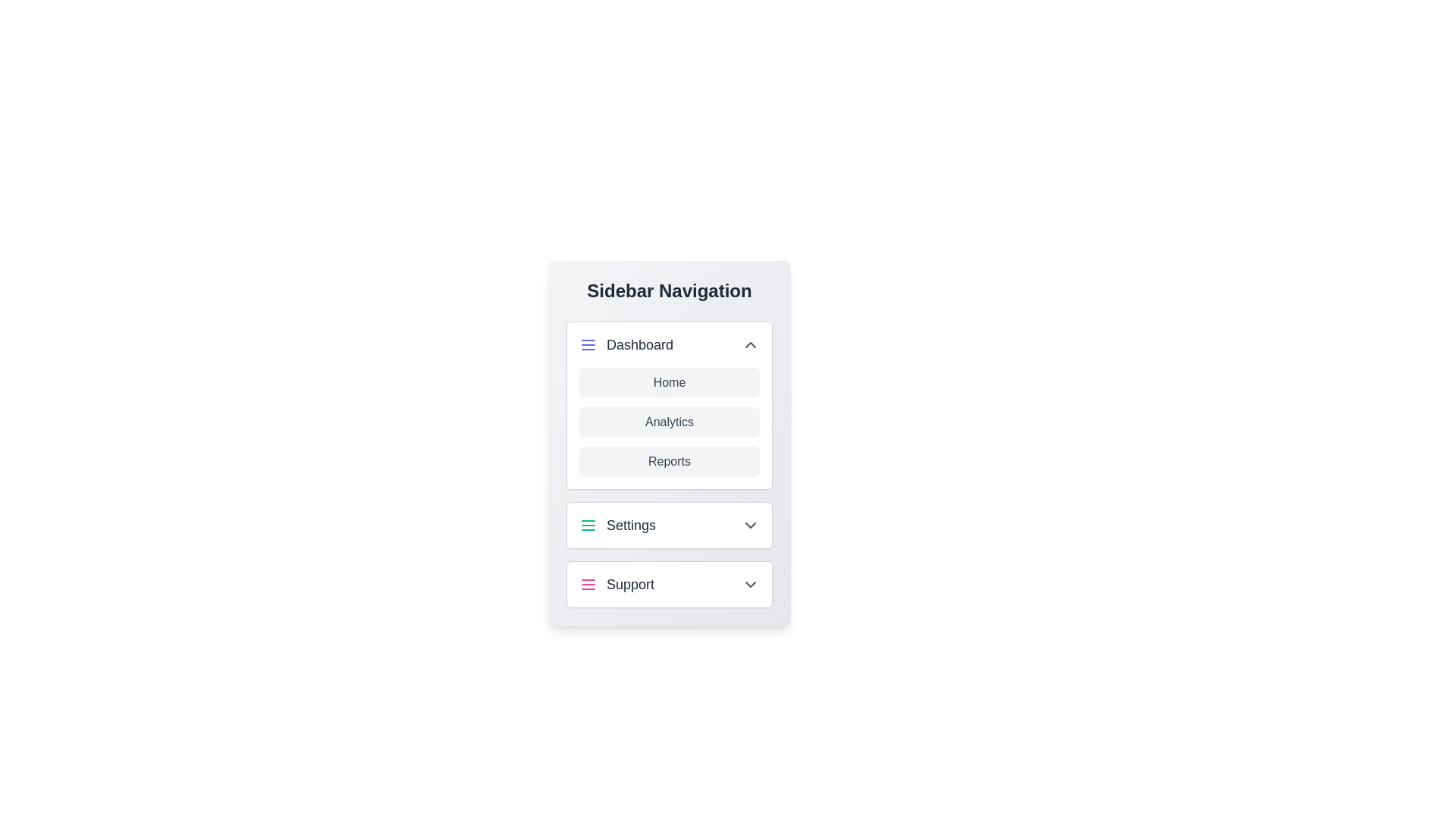  What do you see at coordinates (631, 525) in the screenshot?
I see `the 'Settings' text label located in the sidebar menu` at bounding box center [631, 525].